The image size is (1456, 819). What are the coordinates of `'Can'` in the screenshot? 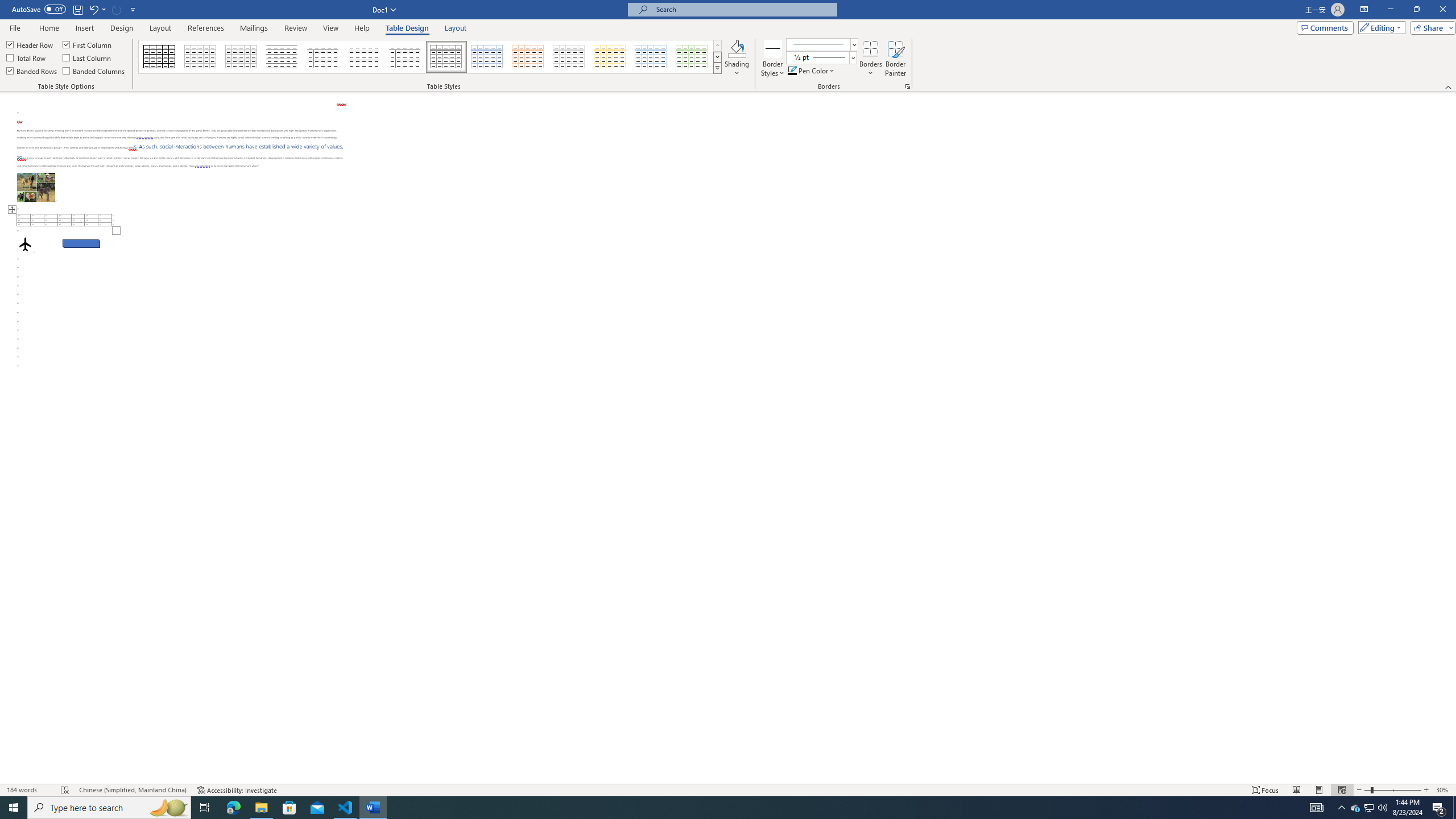 It's located at (117, 9).